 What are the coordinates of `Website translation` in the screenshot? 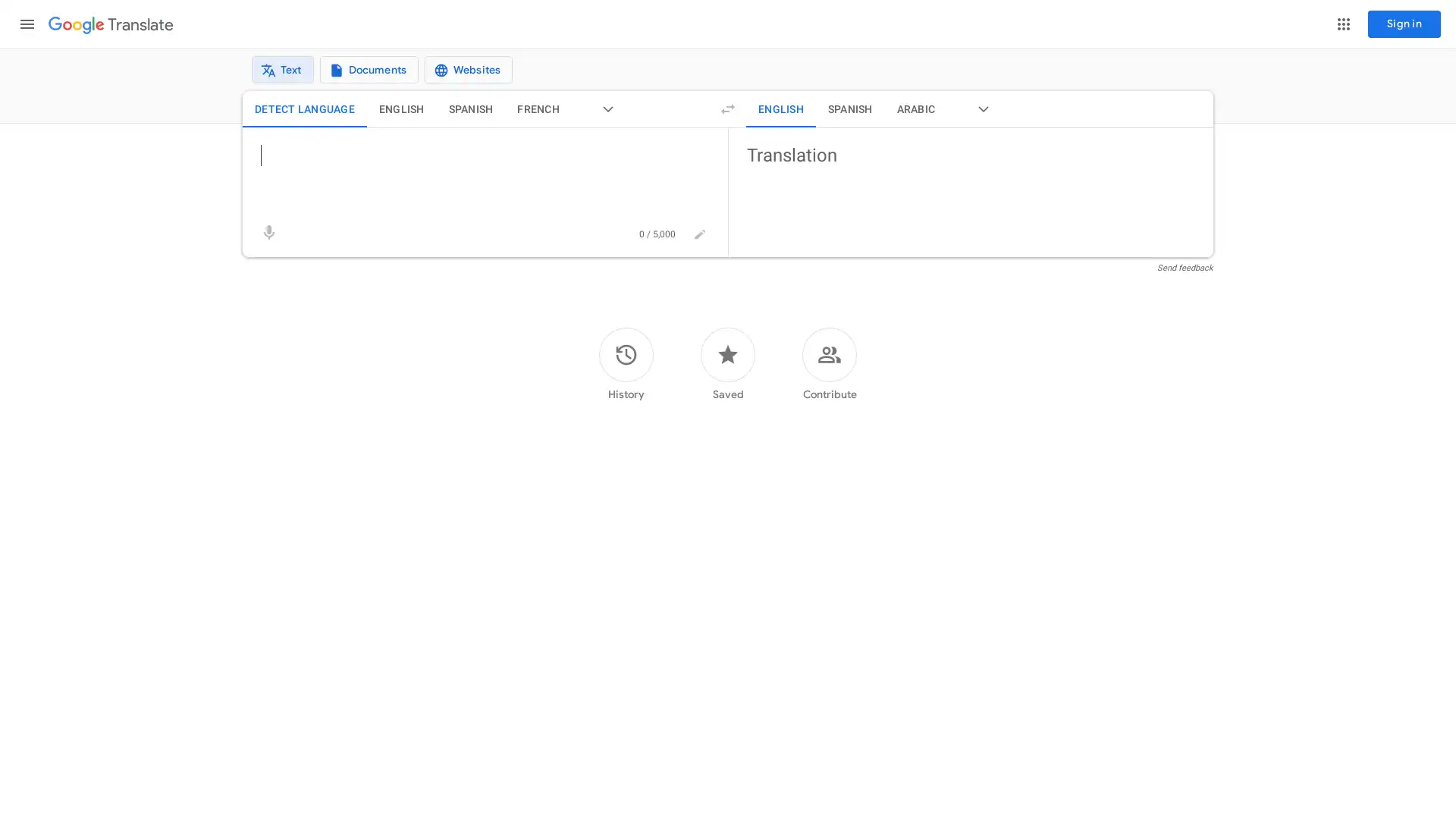 It's located at (458, 74).